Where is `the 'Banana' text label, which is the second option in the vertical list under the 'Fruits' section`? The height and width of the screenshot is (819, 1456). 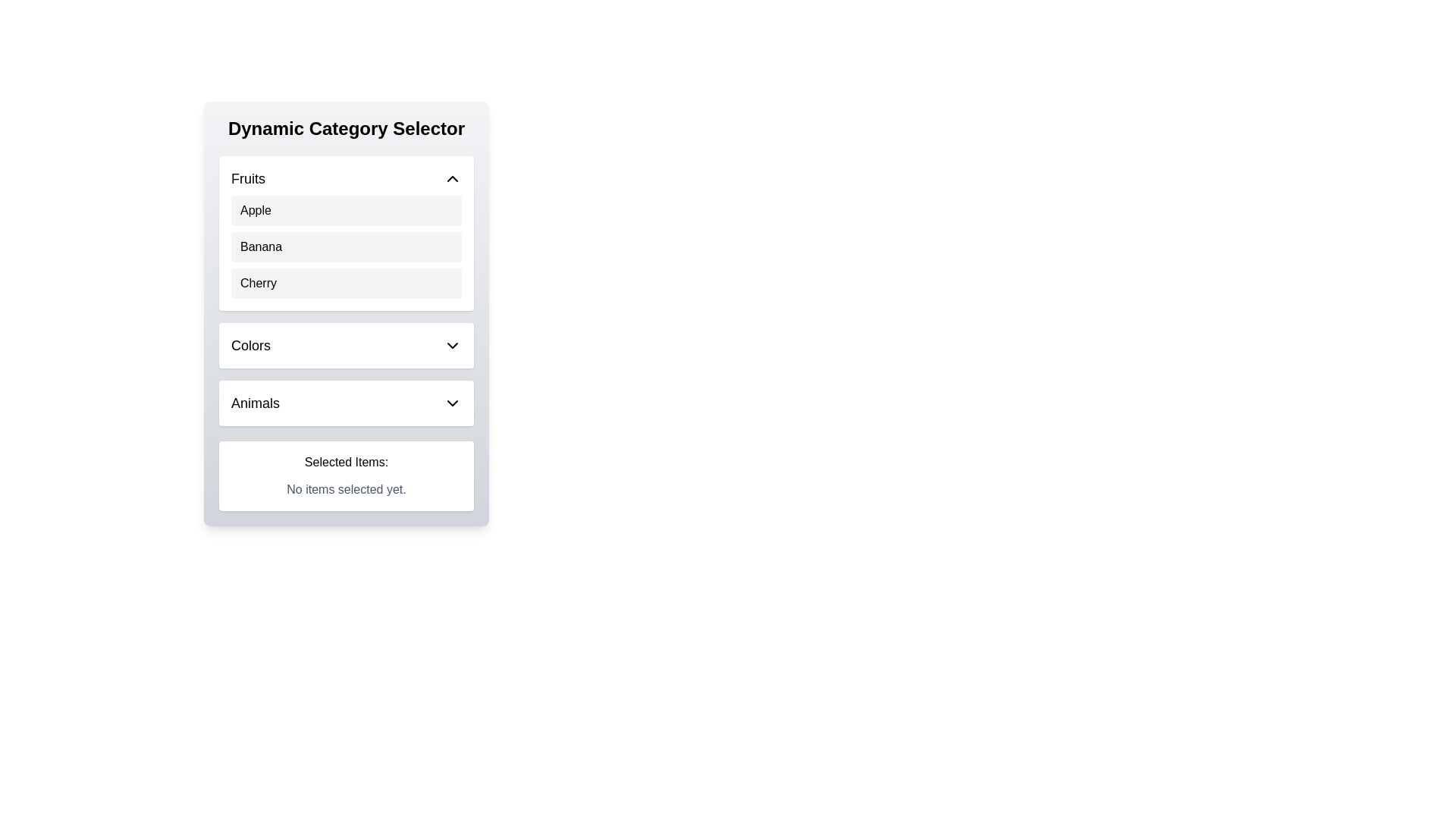
the 'Banana' text label, which is the second option in the vertical list under the 'Fruits' section is located at coordinates (261, 246).